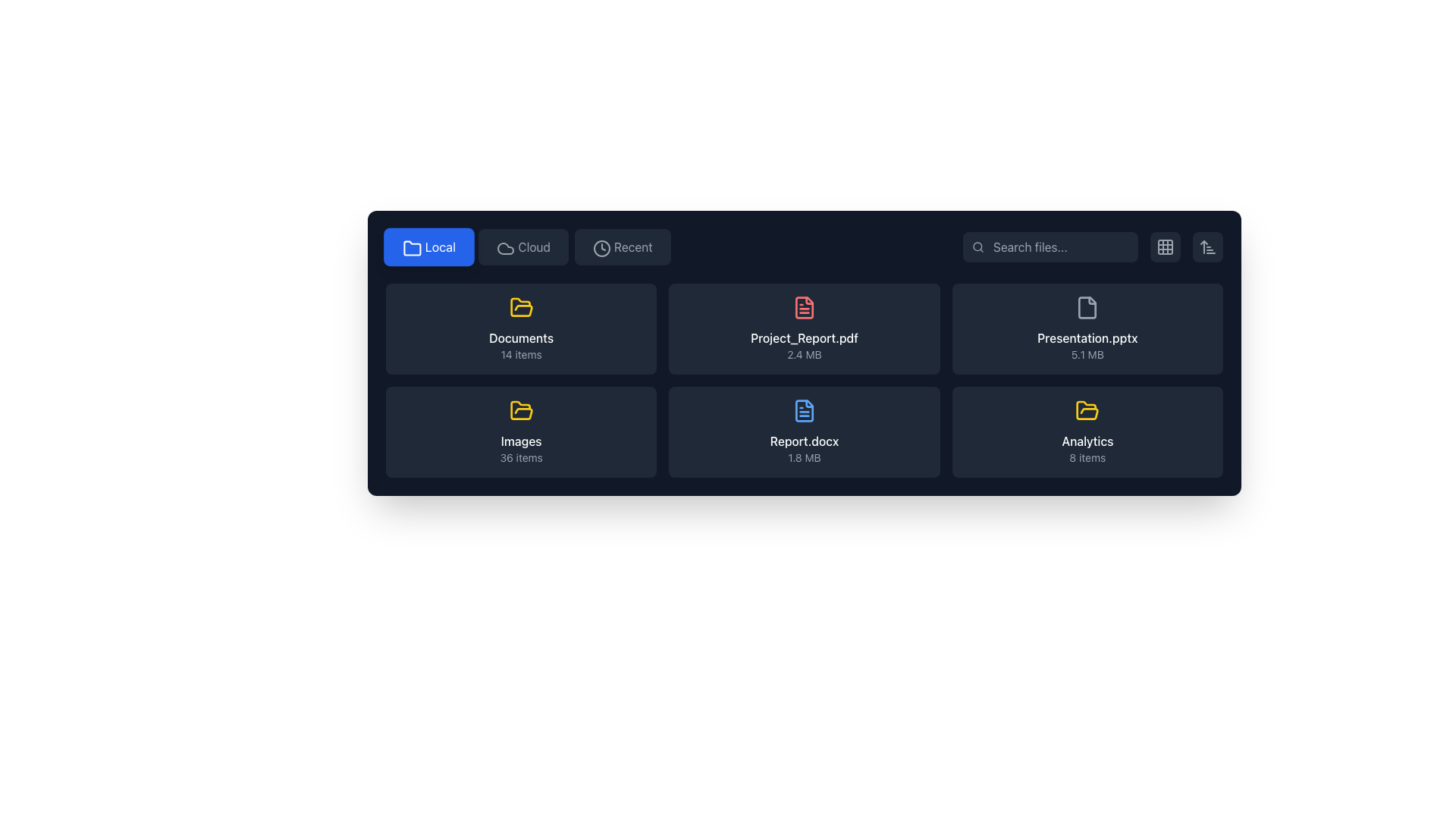 This screenshot has width=1456, height=819. What do you see at coordinates (506, 247) in the screenshot?
I see `the cloud icon with a minimalistic line design located in the navigation bar` at bounding box center [506, 247].